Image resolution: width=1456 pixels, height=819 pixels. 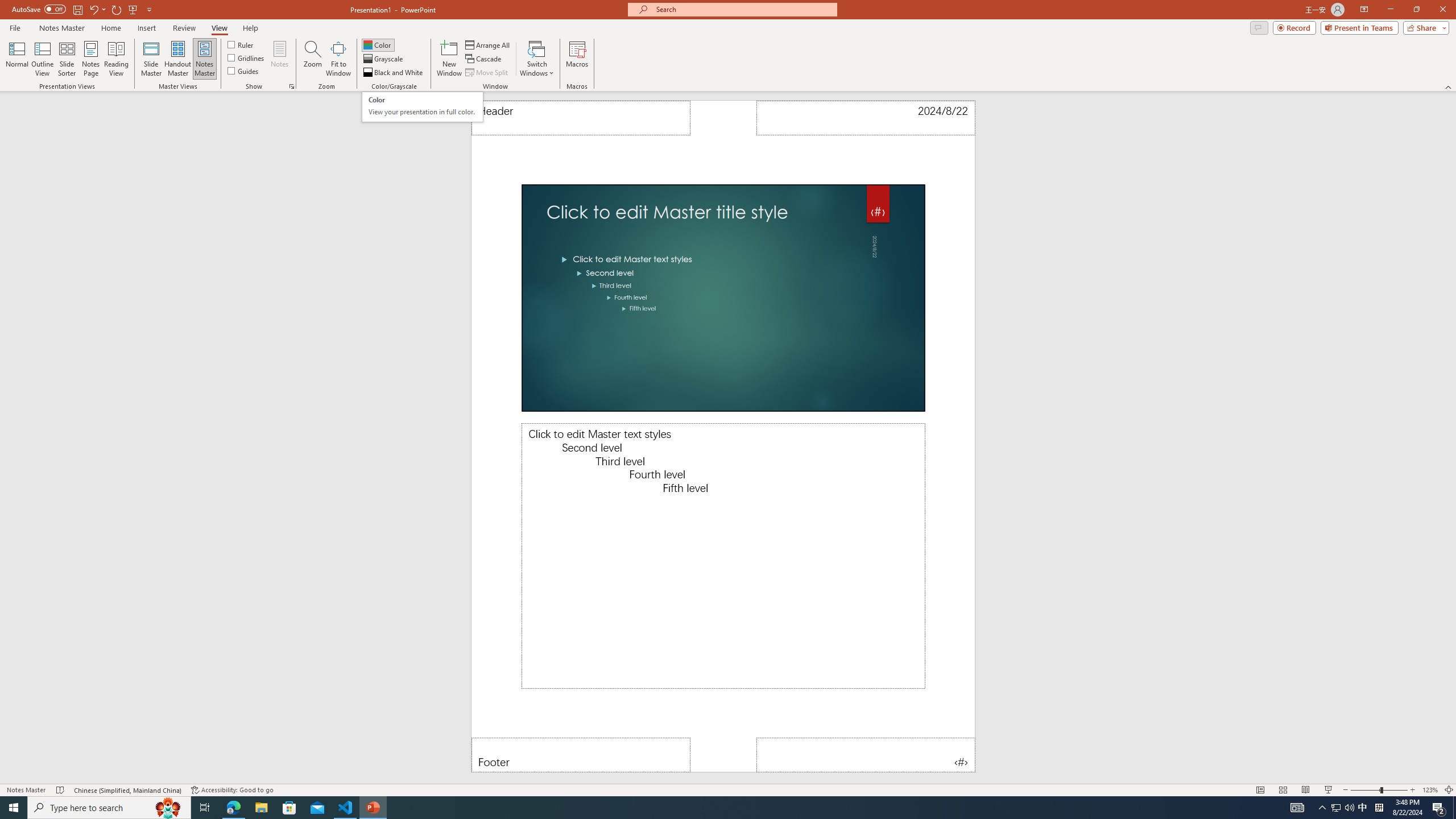 I want to click on 'Grid Settings...', so click(x=292, y=85).